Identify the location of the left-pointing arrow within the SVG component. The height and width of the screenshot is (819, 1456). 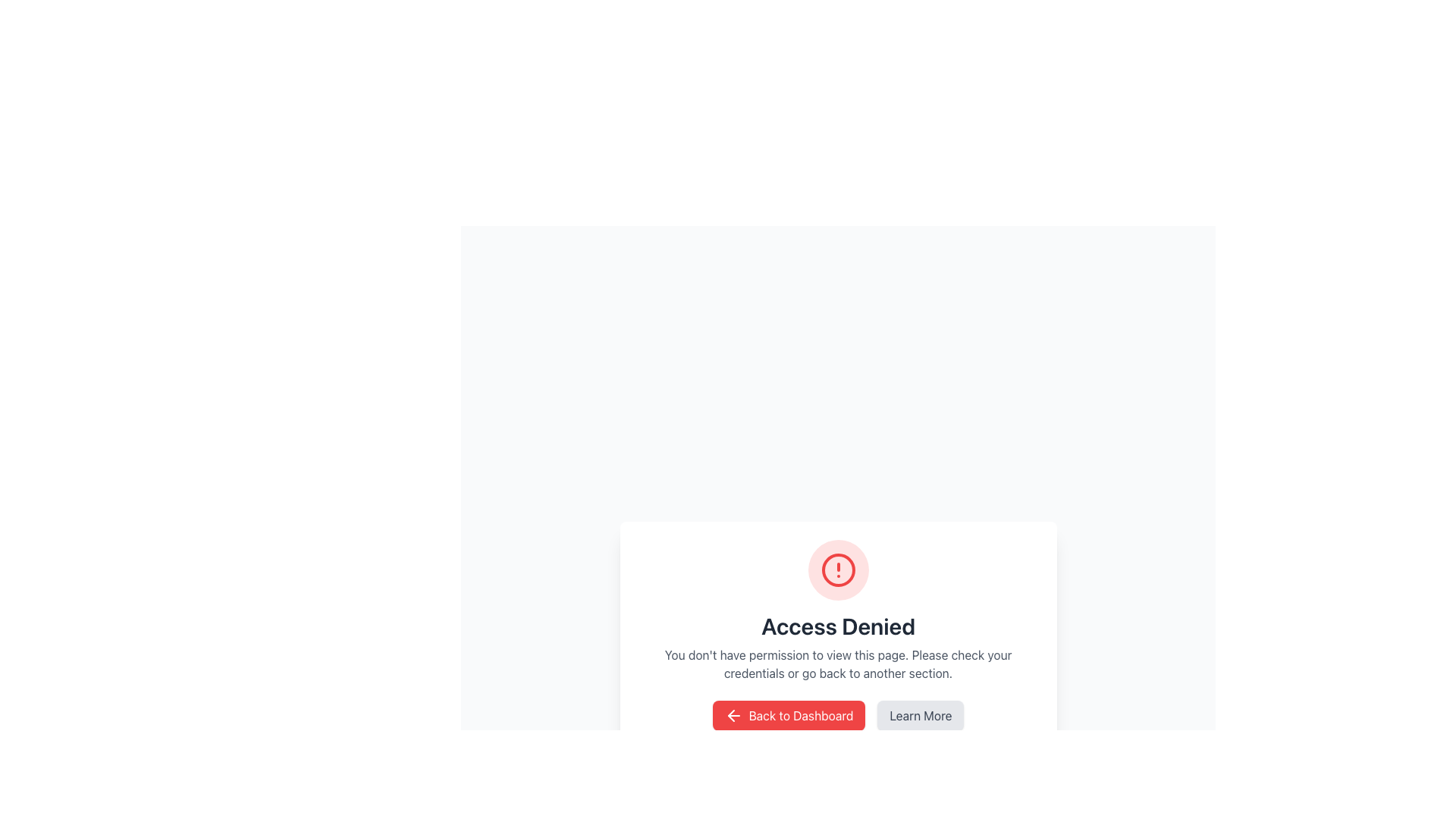
(731, 716).